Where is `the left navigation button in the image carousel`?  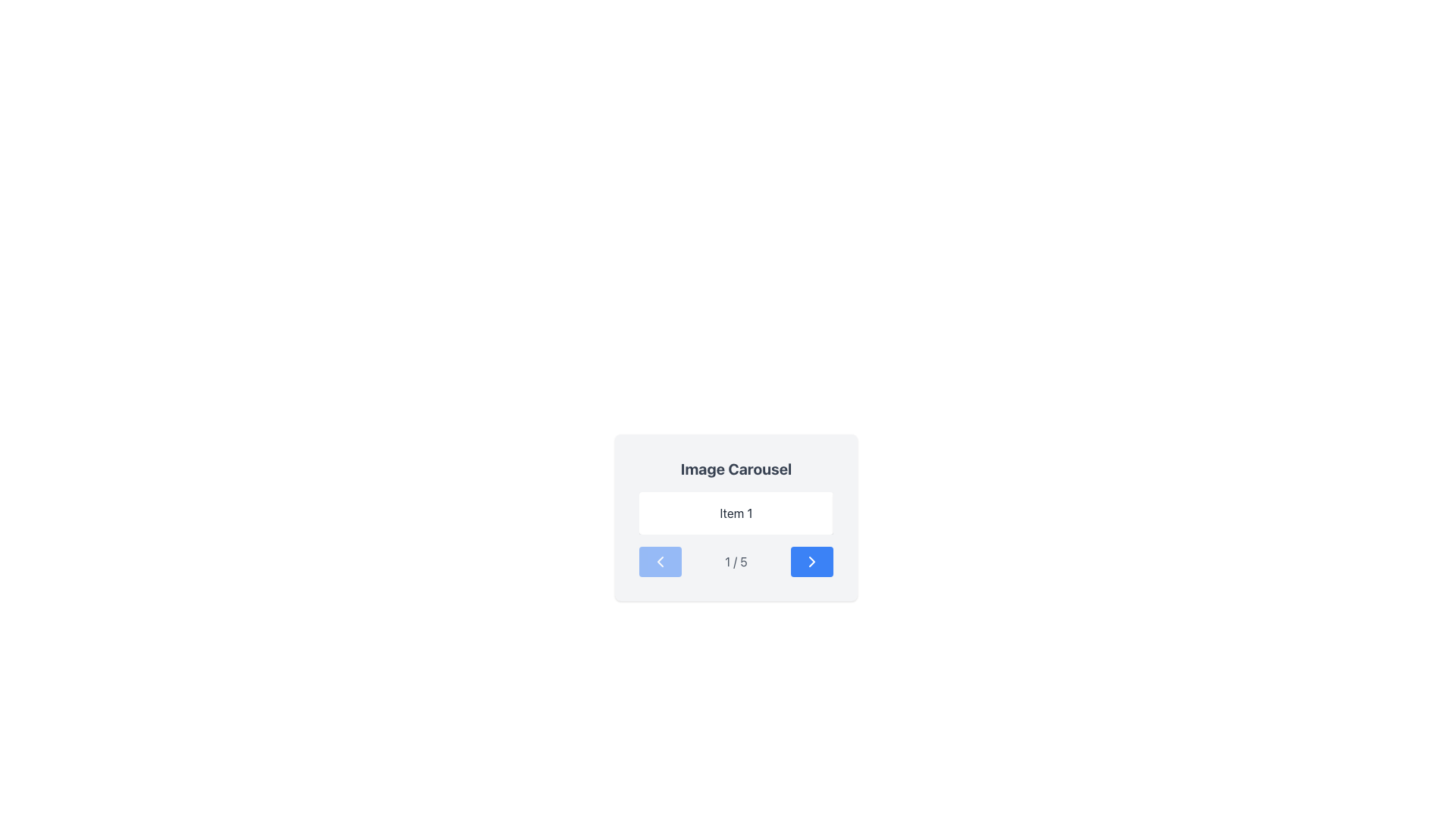 the left navigation button in the image carousel is located at coordinates (660, 561).